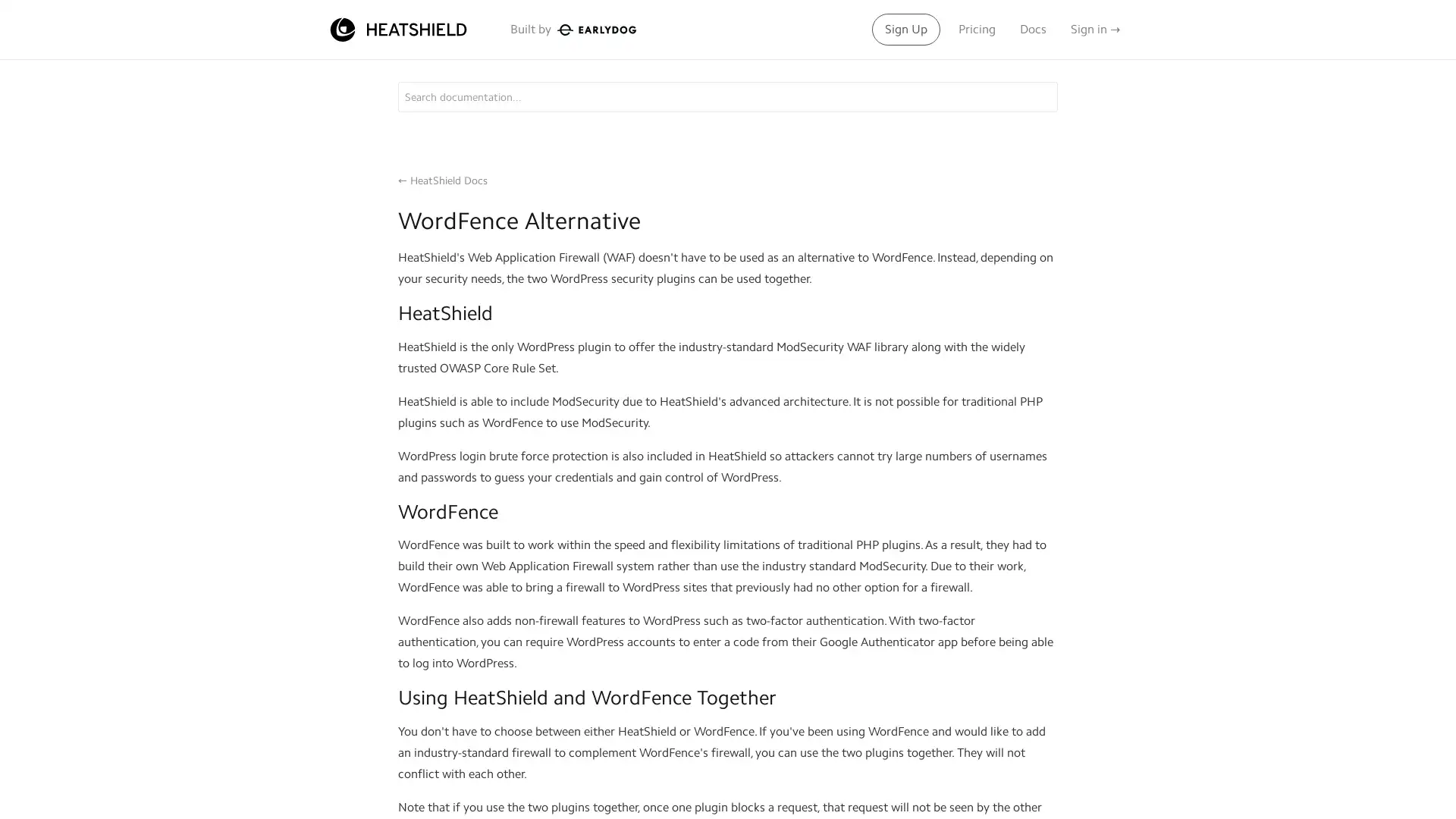 The width and height of the screenshot is (1456, 819). I want to click on Sign in, so click(1095, 29).